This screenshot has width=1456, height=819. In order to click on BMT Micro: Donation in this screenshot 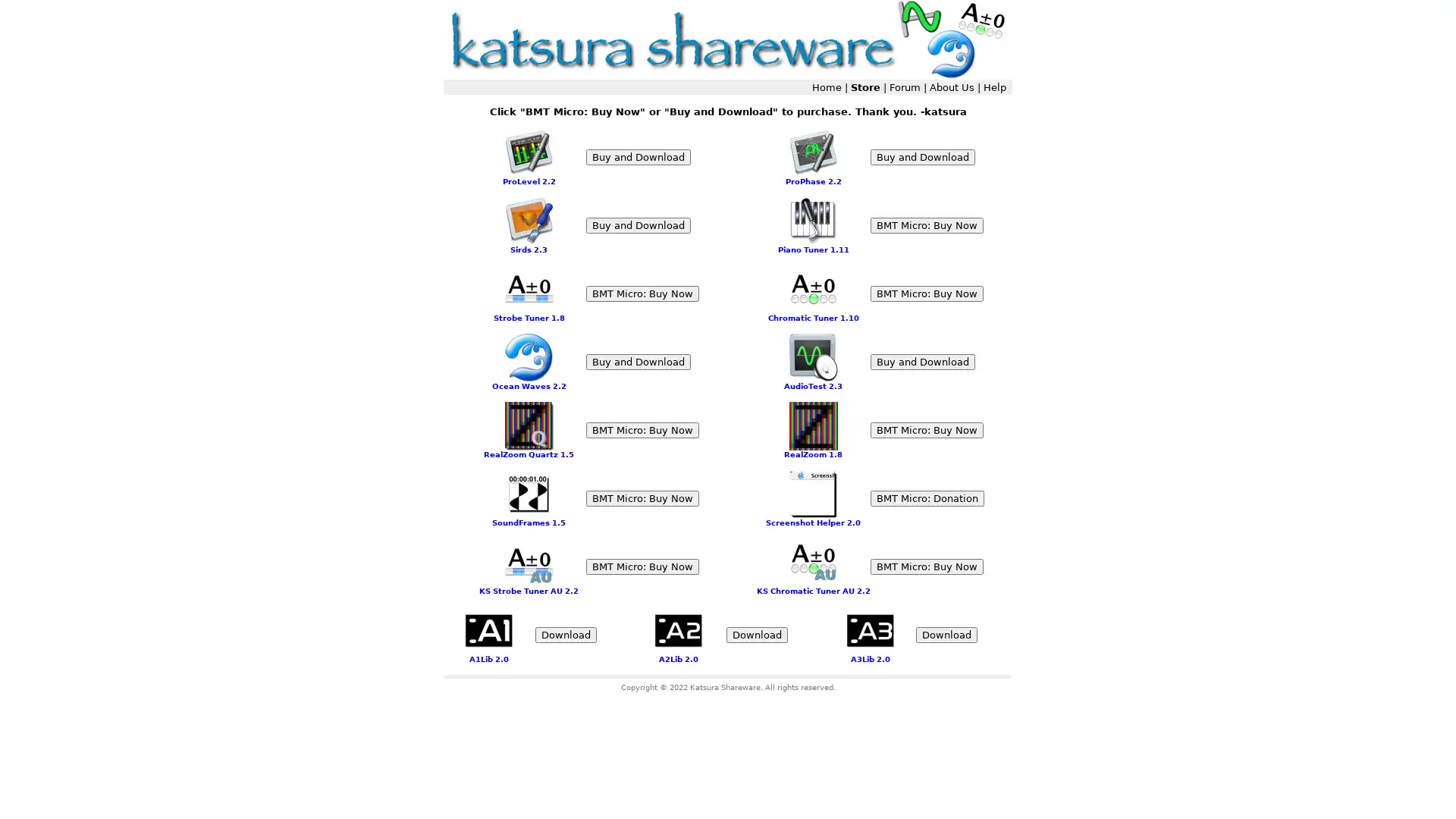, I will do `click(926, 498)`.